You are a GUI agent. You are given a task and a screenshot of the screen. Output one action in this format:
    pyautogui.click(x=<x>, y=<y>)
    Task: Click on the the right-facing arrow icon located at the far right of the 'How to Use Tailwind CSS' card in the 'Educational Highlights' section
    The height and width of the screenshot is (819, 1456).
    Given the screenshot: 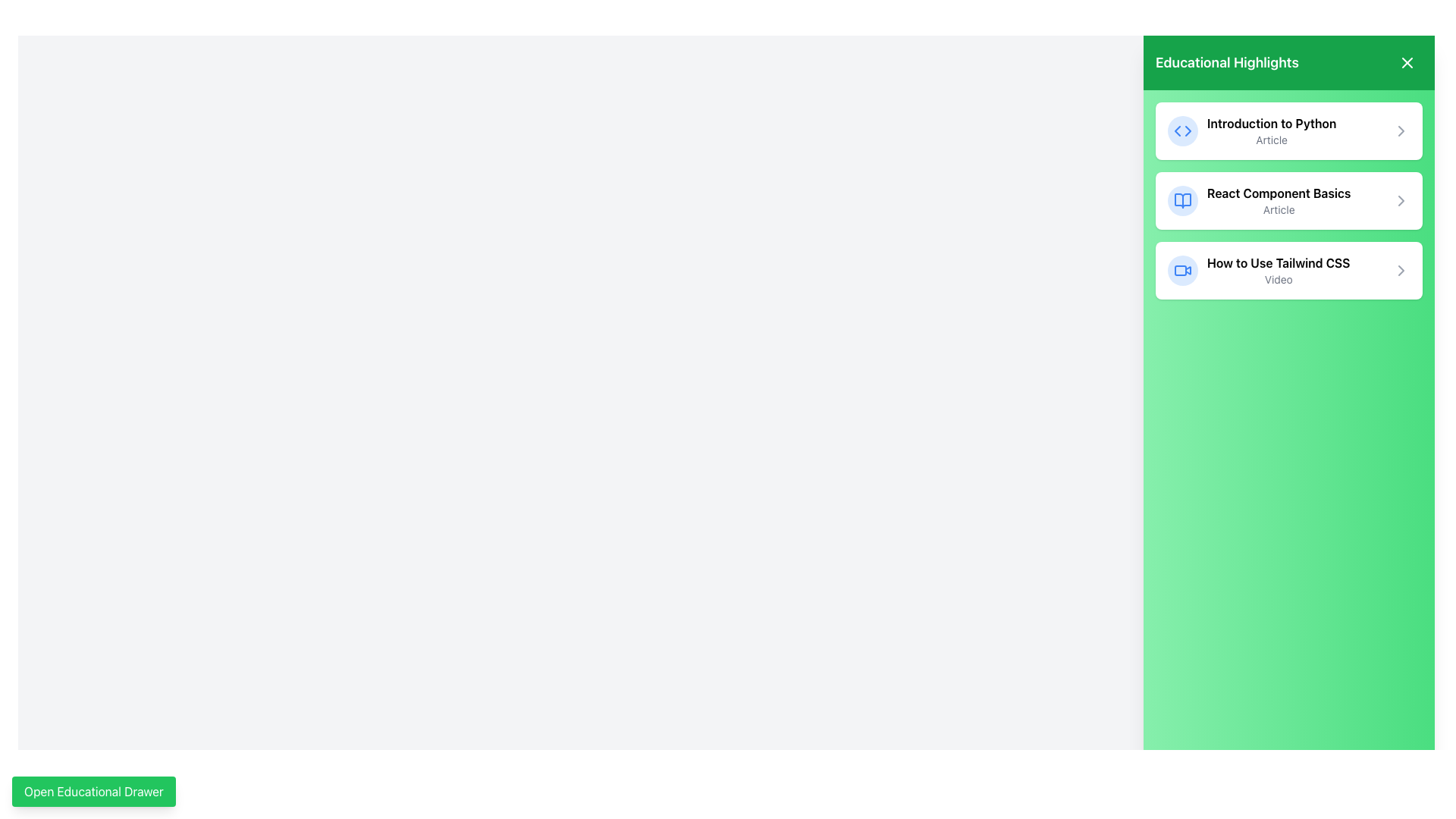 What is the action you would take?
    pyautogui.click(x=1401, y=270)
    